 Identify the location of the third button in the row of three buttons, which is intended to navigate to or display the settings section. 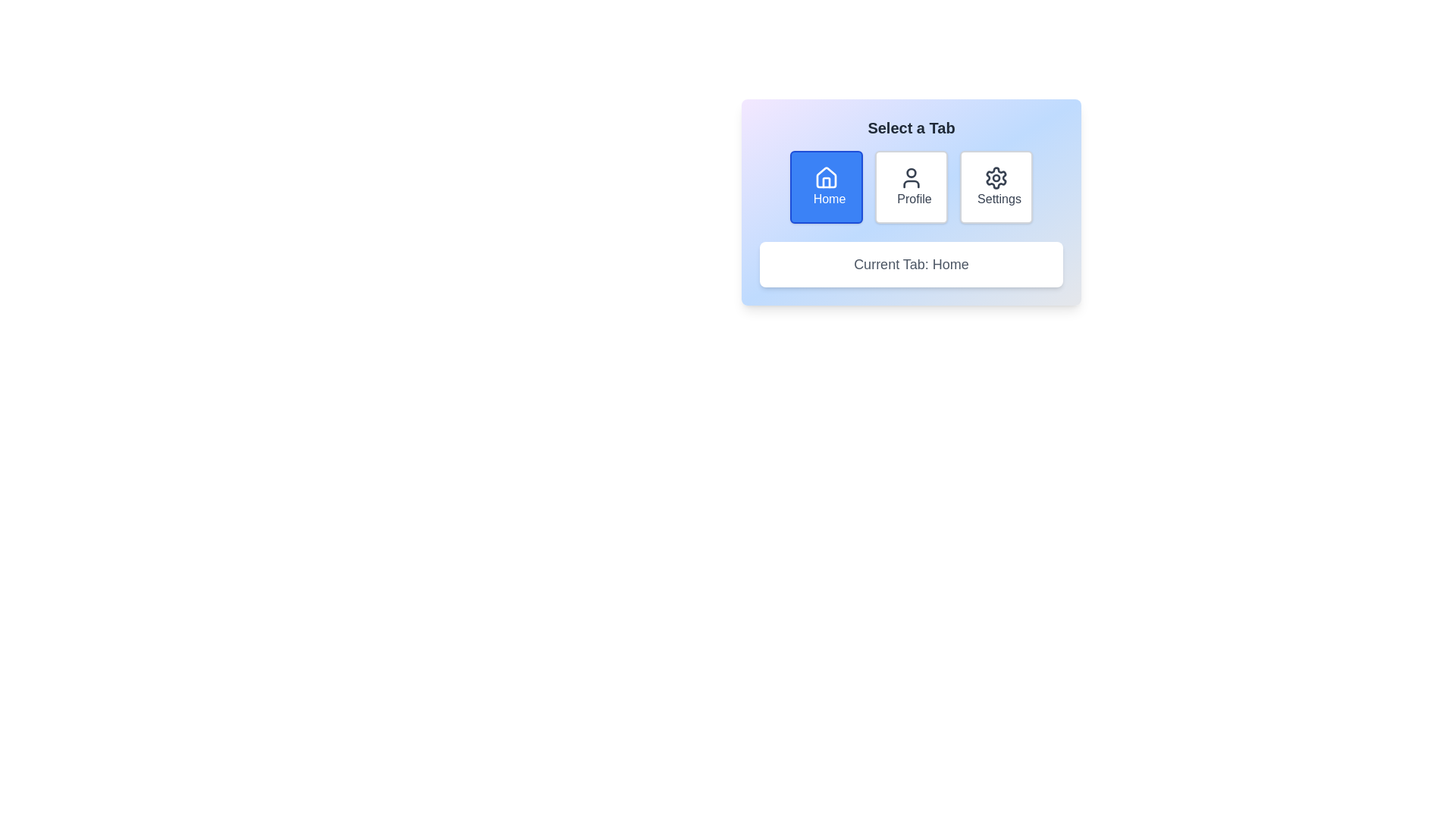
(996, 186).